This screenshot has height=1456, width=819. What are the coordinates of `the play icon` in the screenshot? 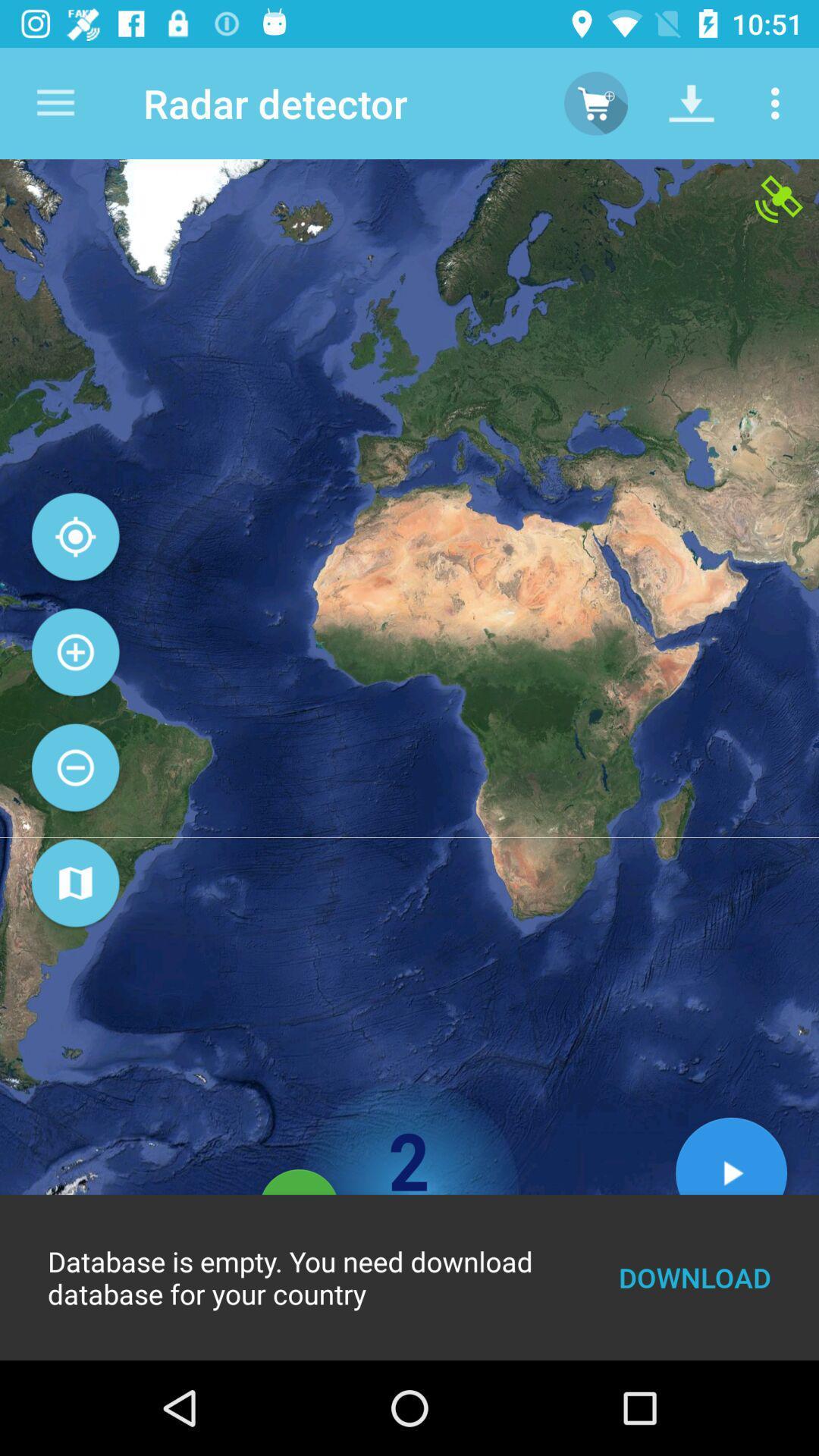 It's located at (730, 1172).